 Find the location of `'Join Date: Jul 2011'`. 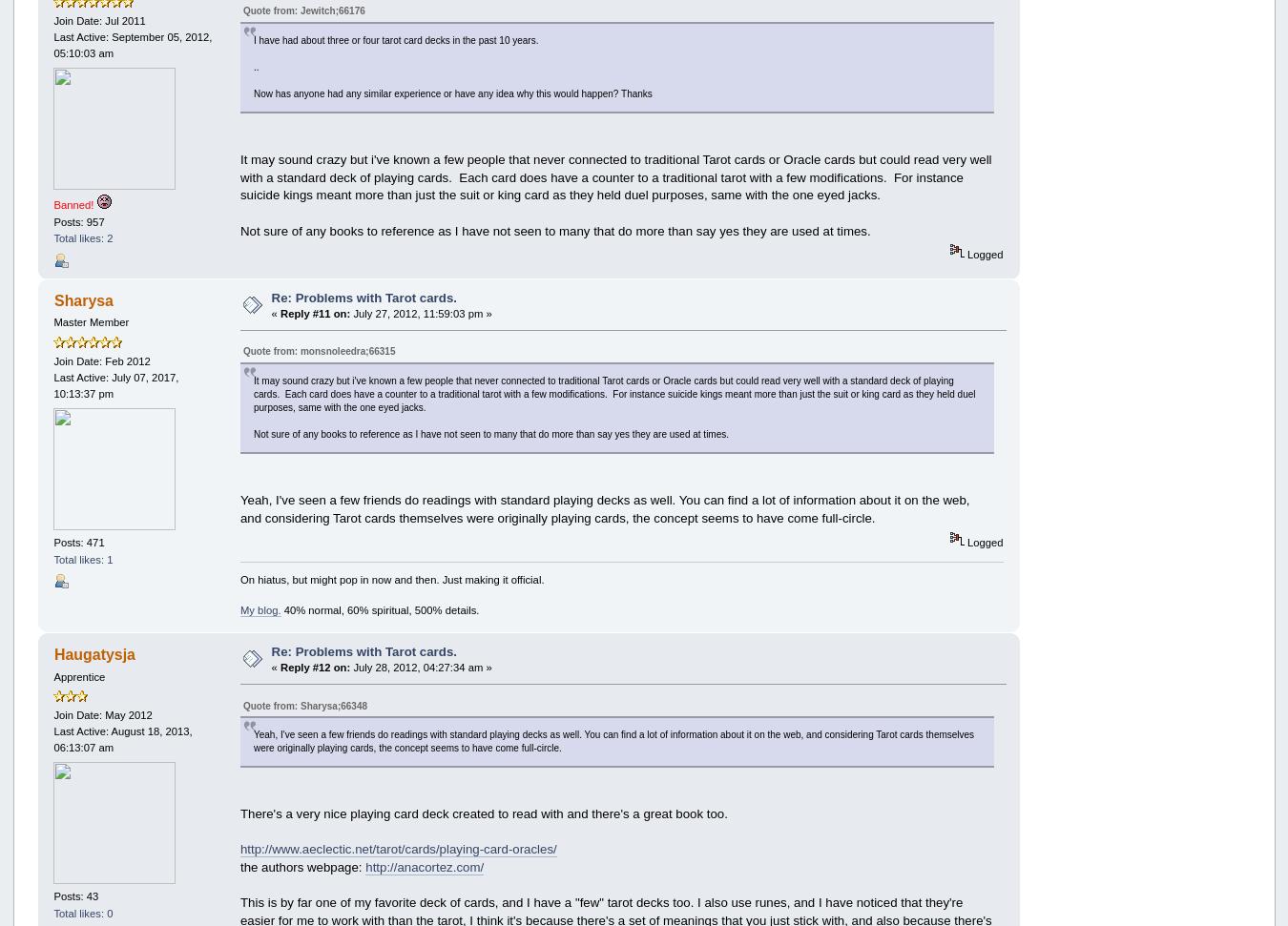

'Join Date: Jul 2011' is located at coordinates (97, 19).